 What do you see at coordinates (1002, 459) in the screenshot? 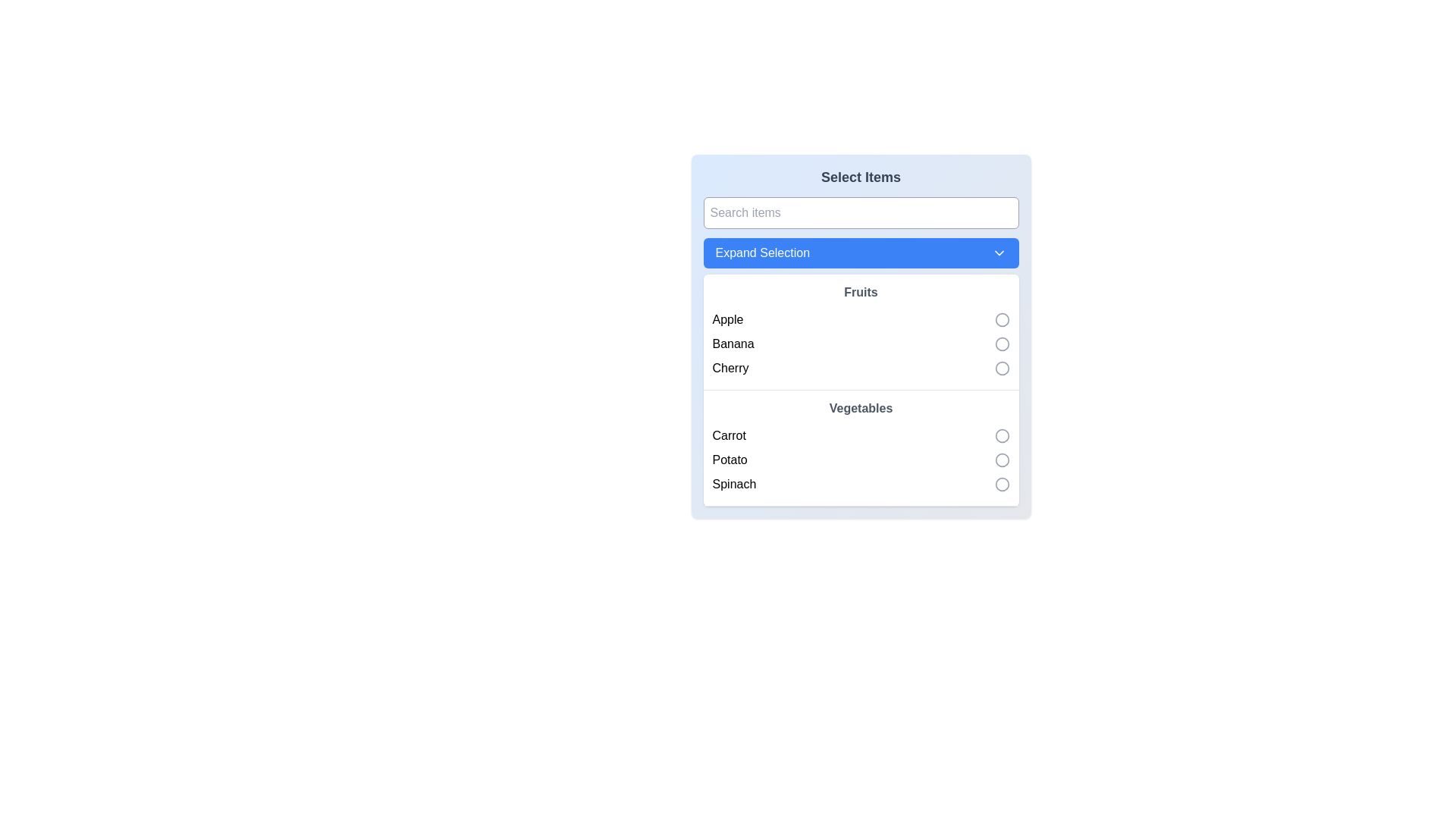
I see `the second radio button under the 'Vegetables' group, aligned horizontally with the label 'Potato'` at bounding box center [1002, 459].